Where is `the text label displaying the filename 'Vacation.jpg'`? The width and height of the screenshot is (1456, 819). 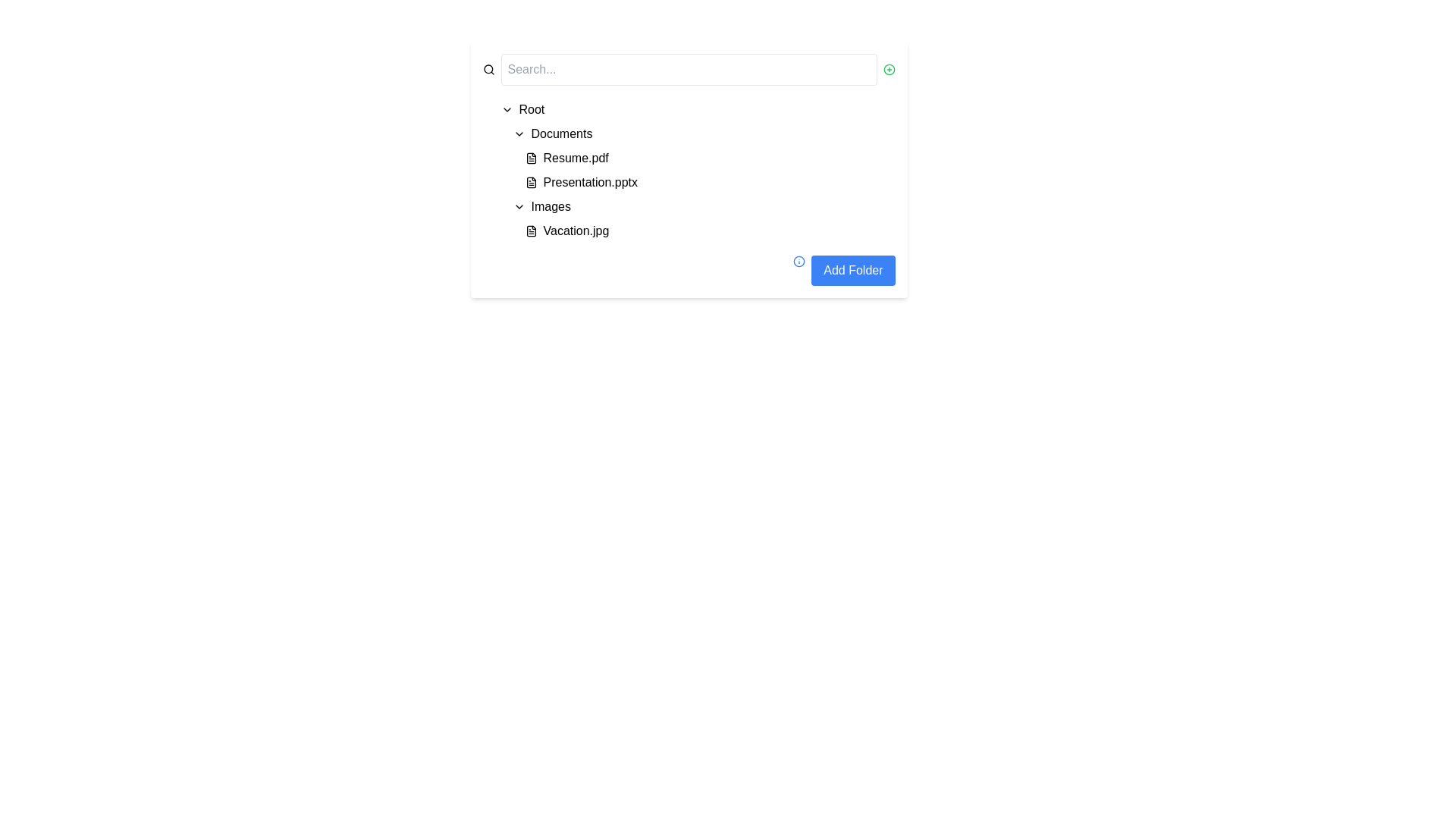 the text label displaying the filename 'Vacation.jpg' is located at coordinates (575, 231).